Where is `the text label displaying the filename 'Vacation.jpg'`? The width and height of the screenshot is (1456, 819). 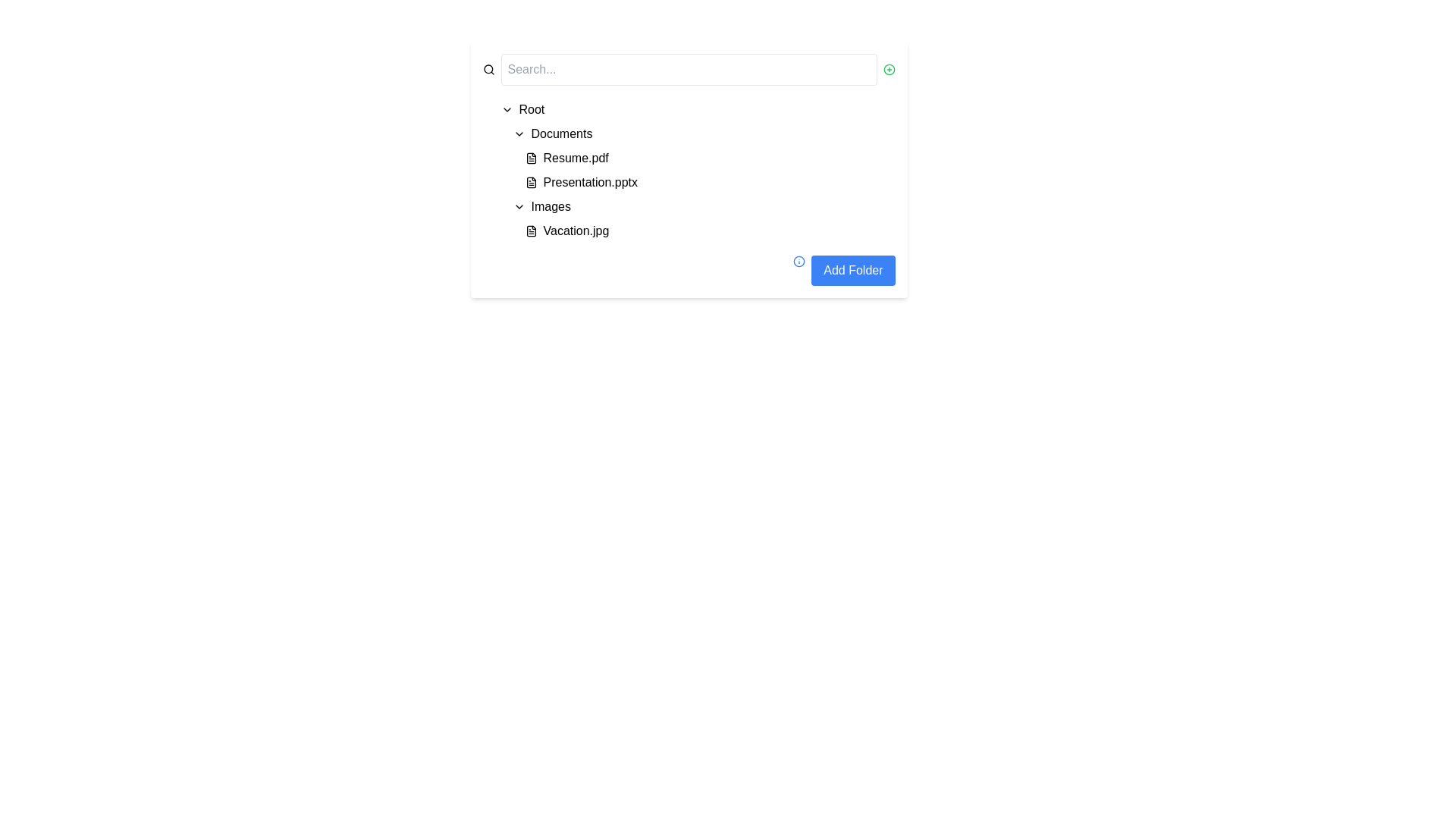 the text label displaying the filename 'Vacation.jpg' is located at coordinates (575, 231).